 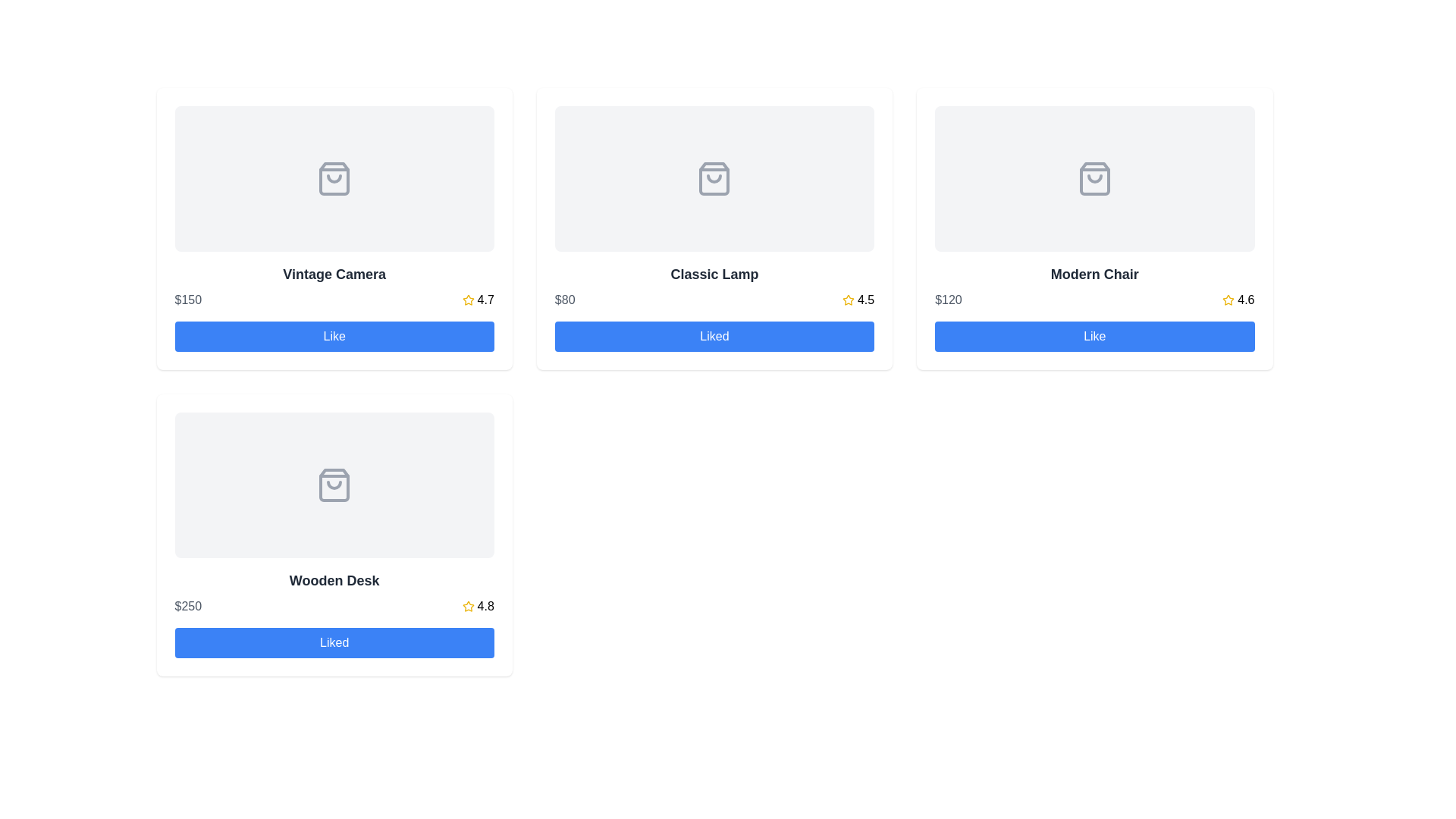 I want to click on the 'Liked' button with a blue background located at the bottom of the 'Wooden Desk' product card, so click(x=334, y=643).